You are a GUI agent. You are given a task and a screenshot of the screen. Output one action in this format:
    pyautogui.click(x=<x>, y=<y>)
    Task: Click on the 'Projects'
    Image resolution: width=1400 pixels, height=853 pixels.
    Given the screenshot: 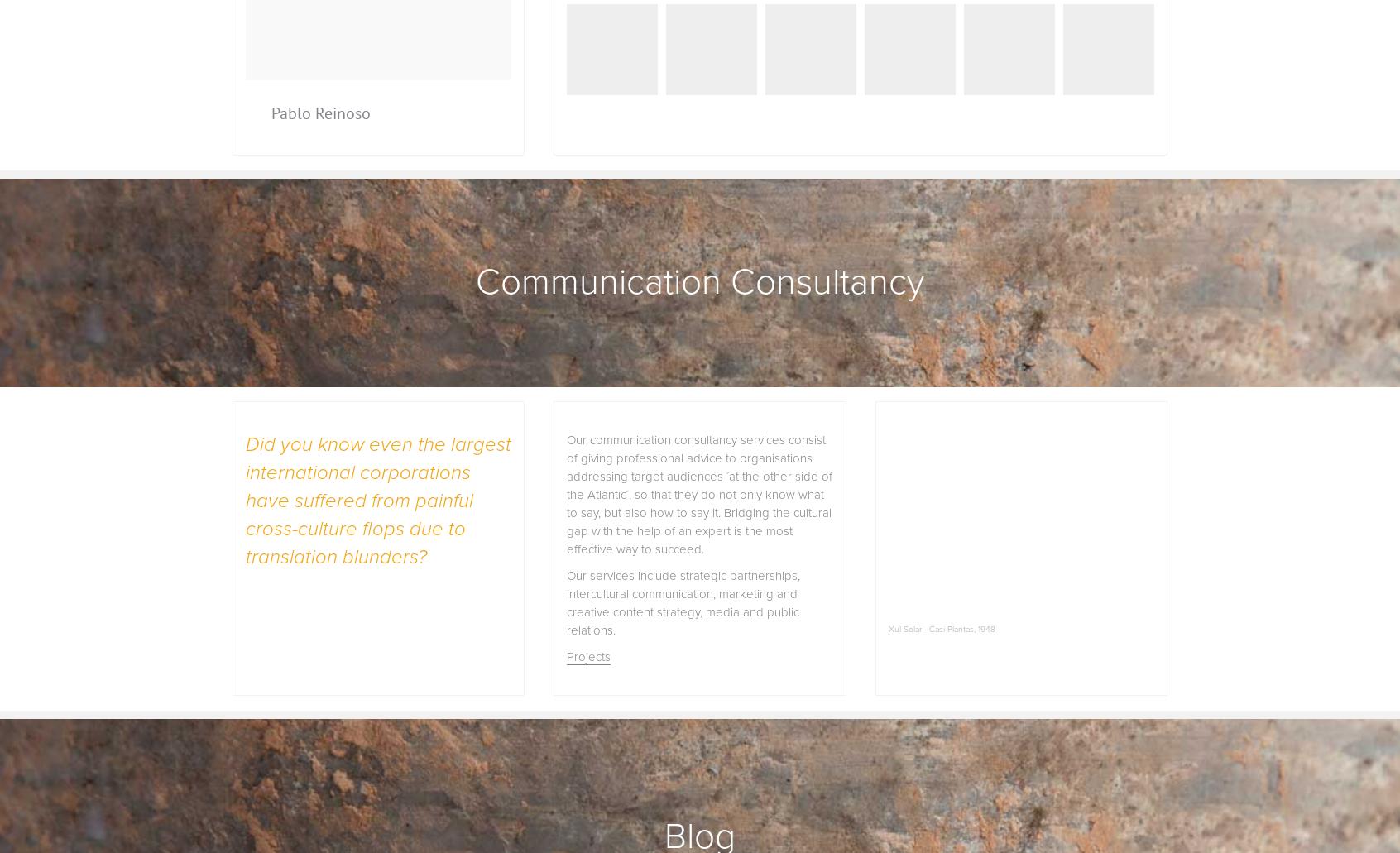 What is the action you would take?
    pyautogui.click(x=587, y=655)
    